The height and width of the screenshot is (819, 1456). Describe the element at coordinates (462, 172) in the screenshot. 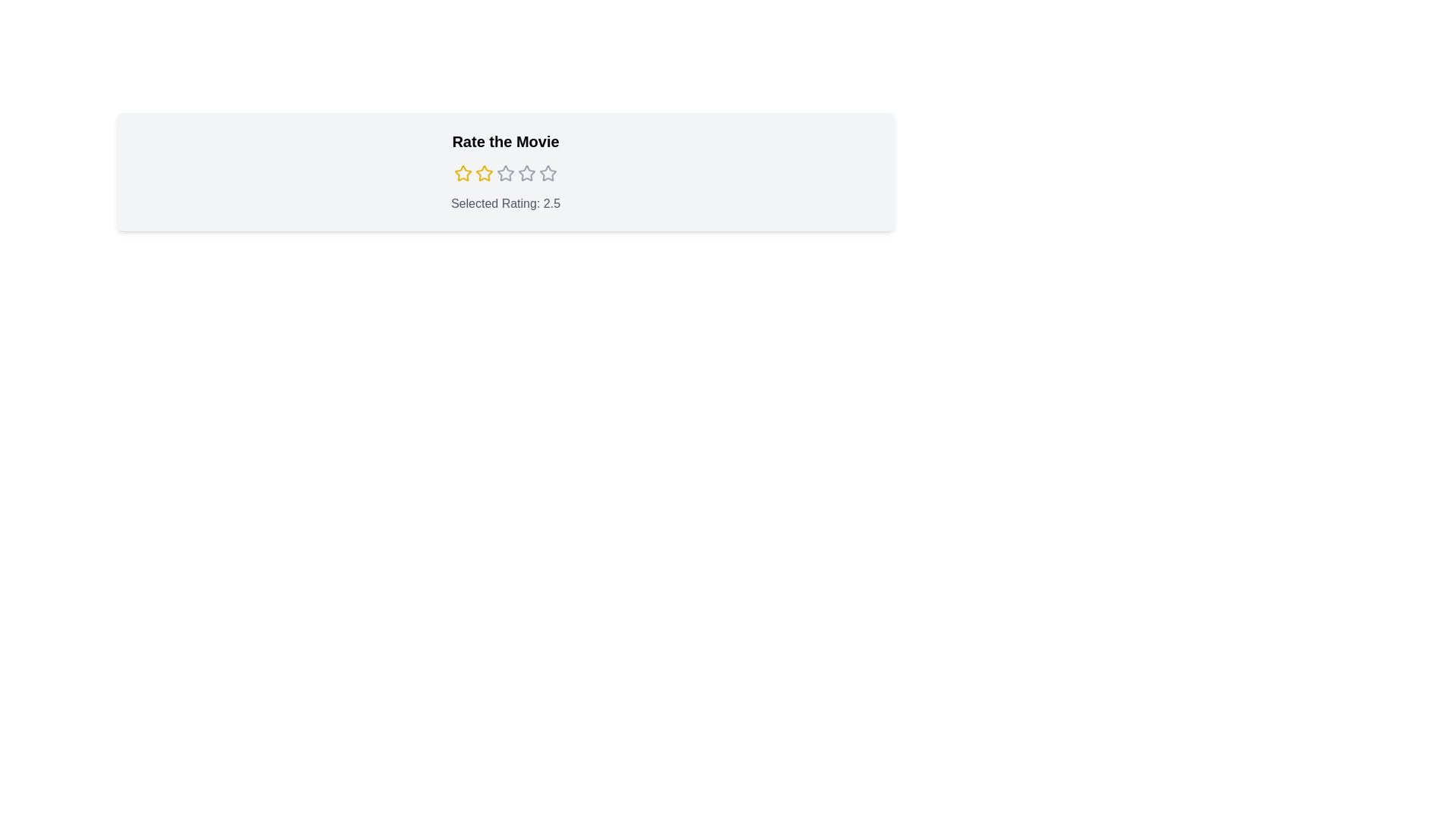

I see `the first Rating Star Icon located under the 'Rate the Movie' label` at that location.